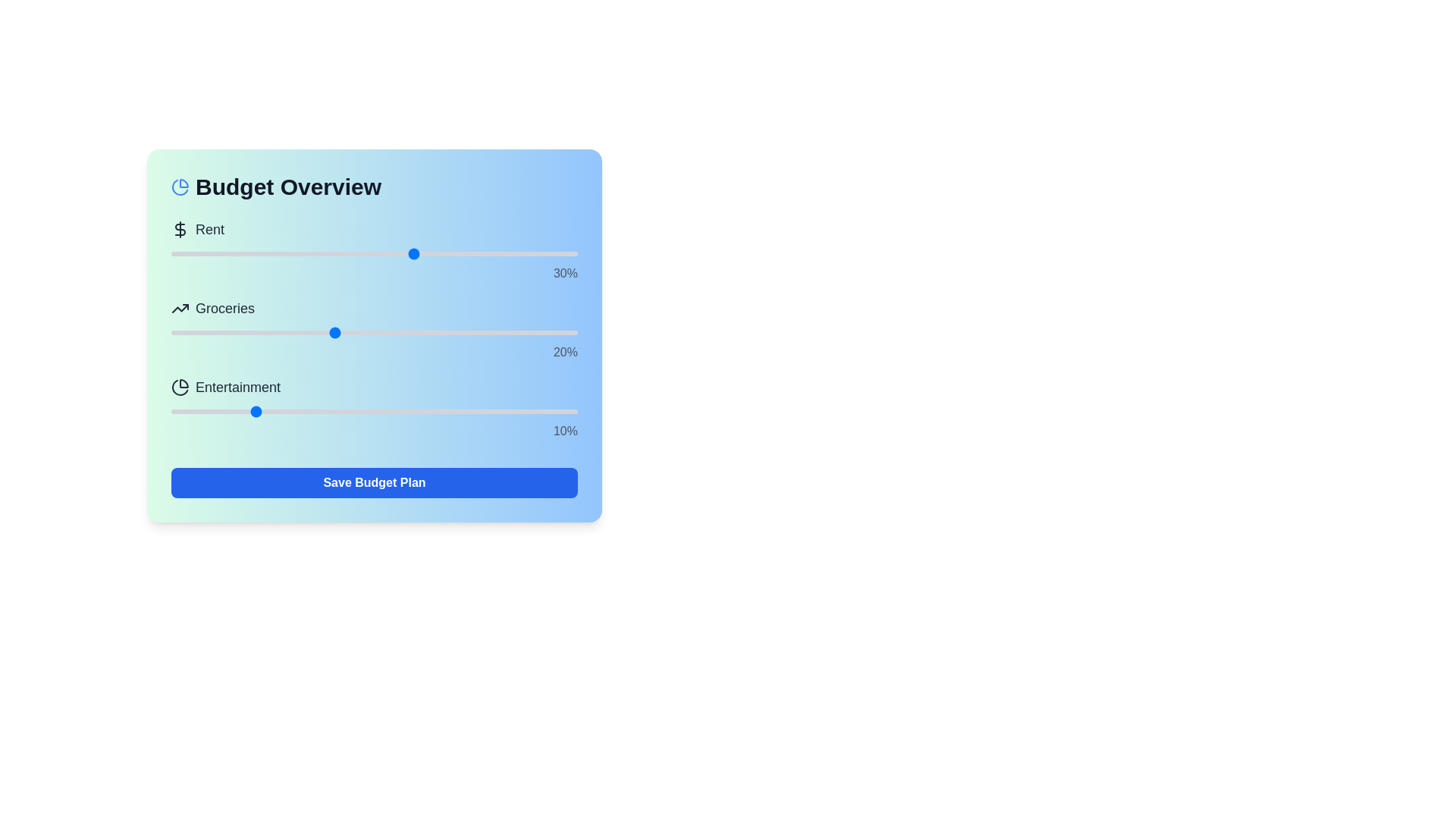  Describe the element at coordinates (537, 412) in the screenshot. I see `the 'Entertainment' slider` at that location.